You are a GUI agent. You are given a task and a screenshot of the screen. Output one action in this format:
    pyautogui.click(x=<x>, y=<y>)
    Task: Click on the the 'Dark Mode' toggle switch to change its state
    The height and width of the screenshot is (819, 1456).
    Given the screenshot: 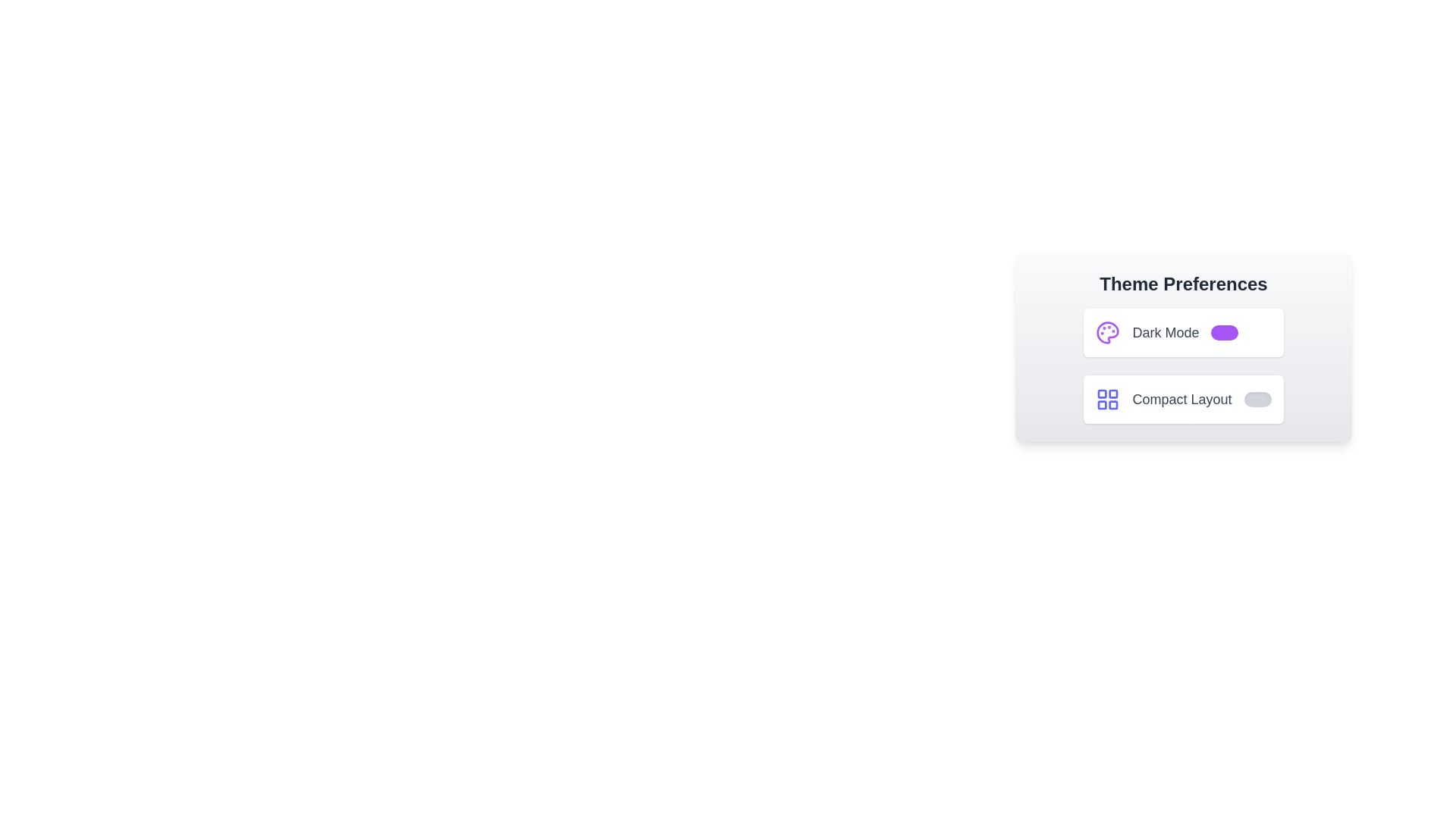 What is the action you would take?
    pyautogui.click(x=1225, y=332)
    